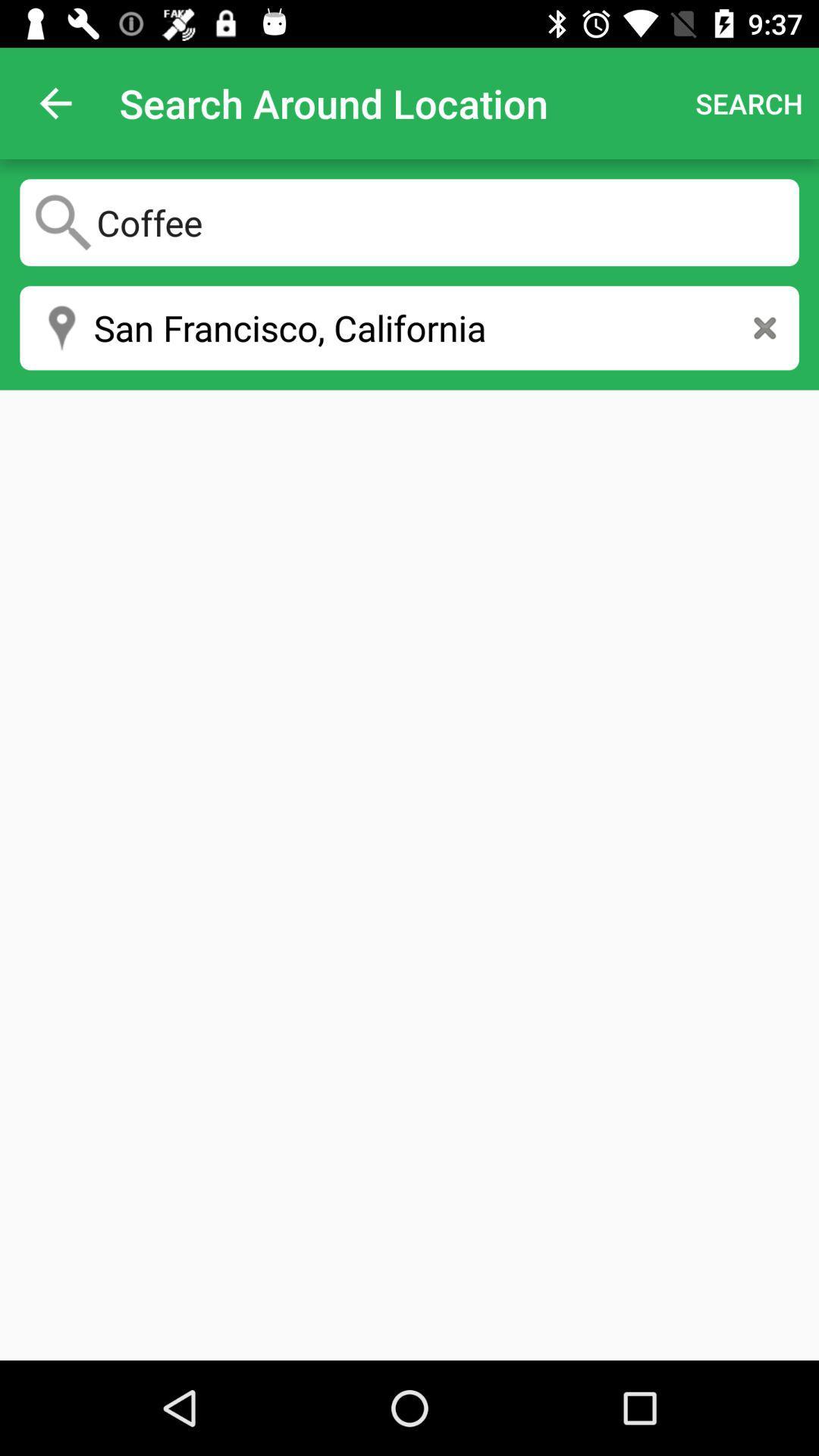  What do you see at coordinates (409, 327) in the screenshot?
I see `san francisco, california icon` at bounding box center [409, 327].